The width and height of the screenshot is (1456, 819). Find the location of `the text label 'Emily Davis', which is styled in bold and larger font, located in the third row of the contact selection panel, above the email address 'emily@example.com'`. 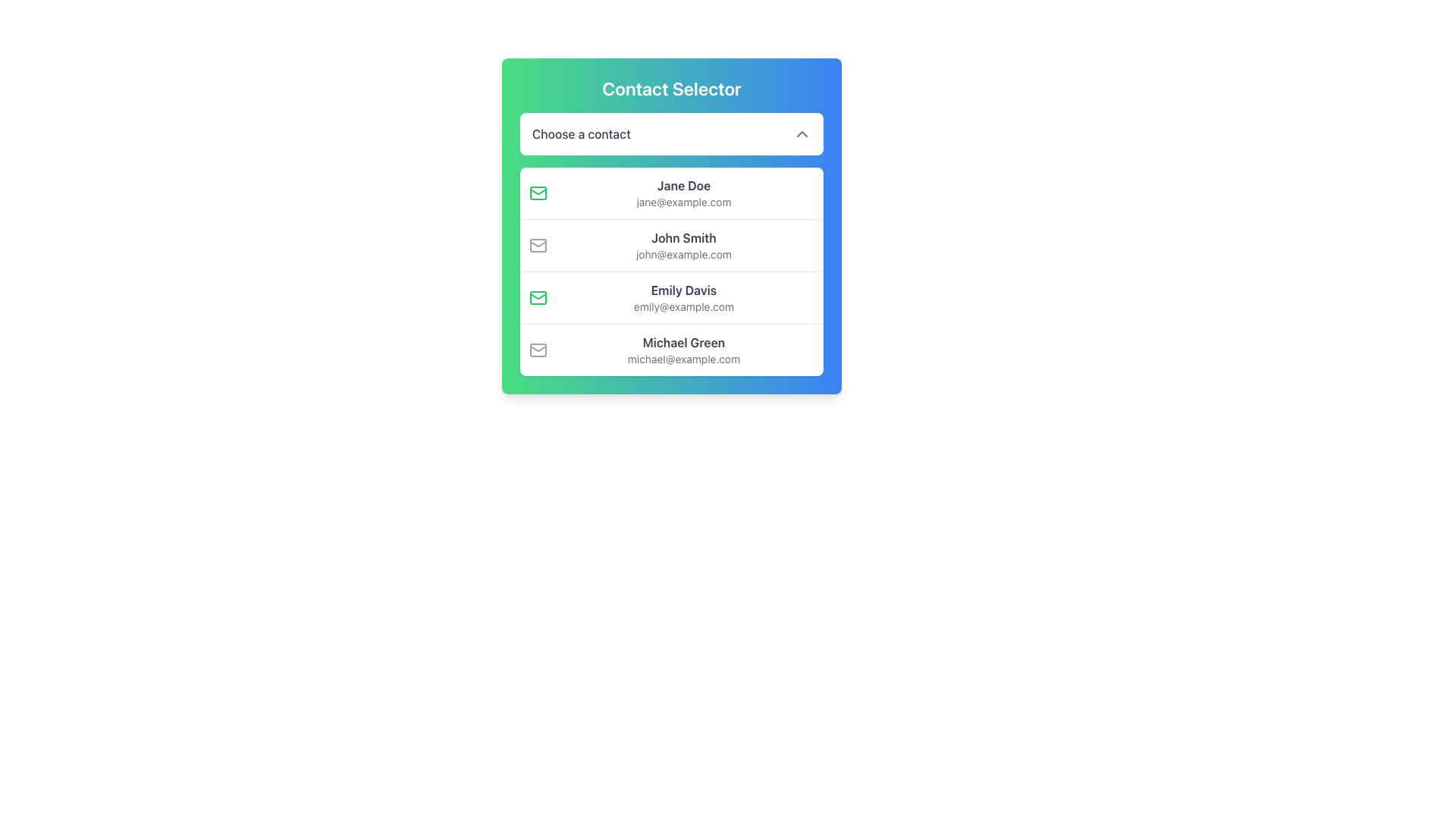

the text label 'Emily Davis', which is styled in bold and larger font, located in the third row of the contact selection panel, above the email address 'emily@example.com' is located at coordinates (683, 290).